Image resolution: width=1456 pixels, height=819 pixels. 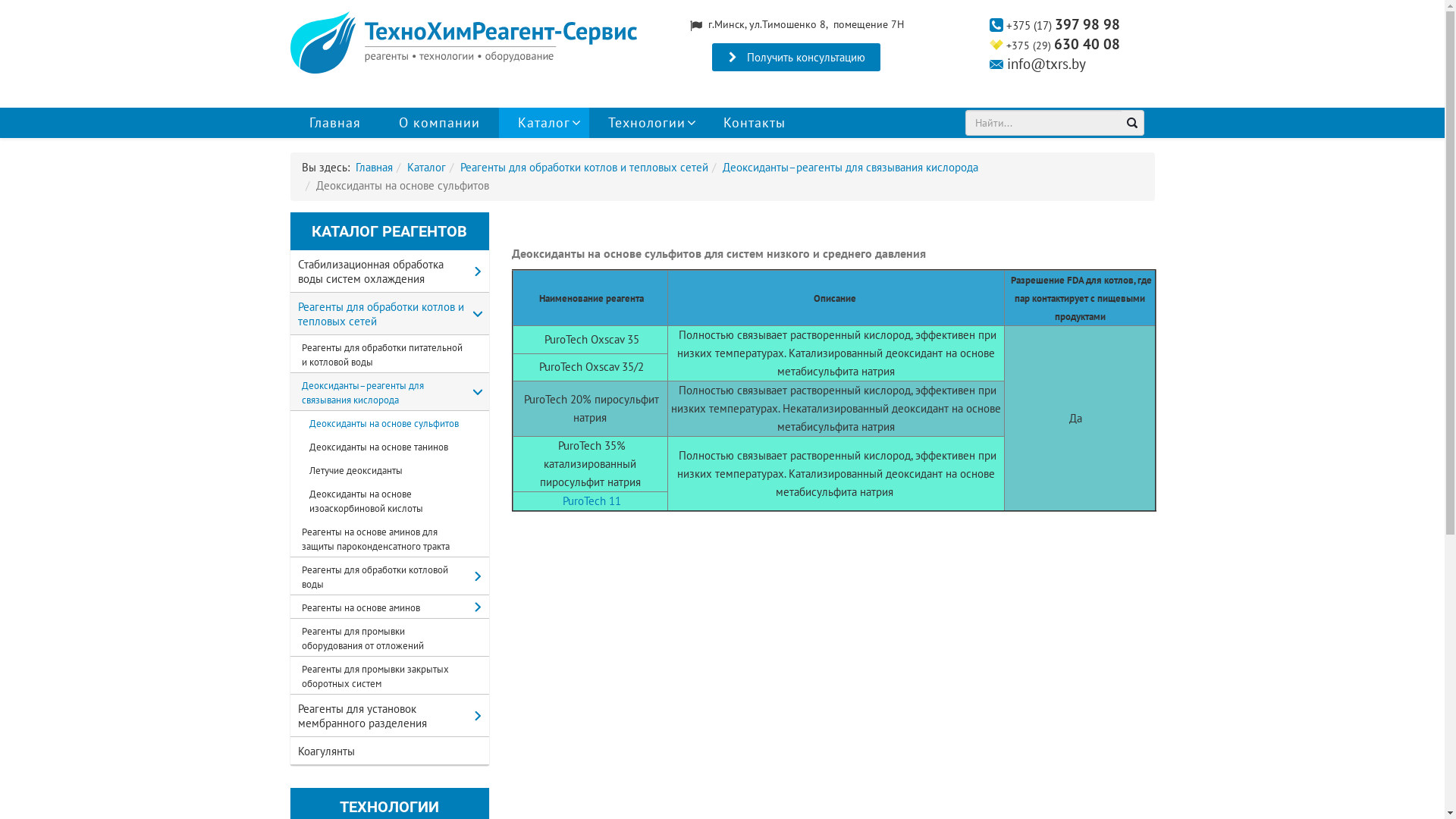 I want to click on ' PuroTech 11', so click(x=589, y=500).